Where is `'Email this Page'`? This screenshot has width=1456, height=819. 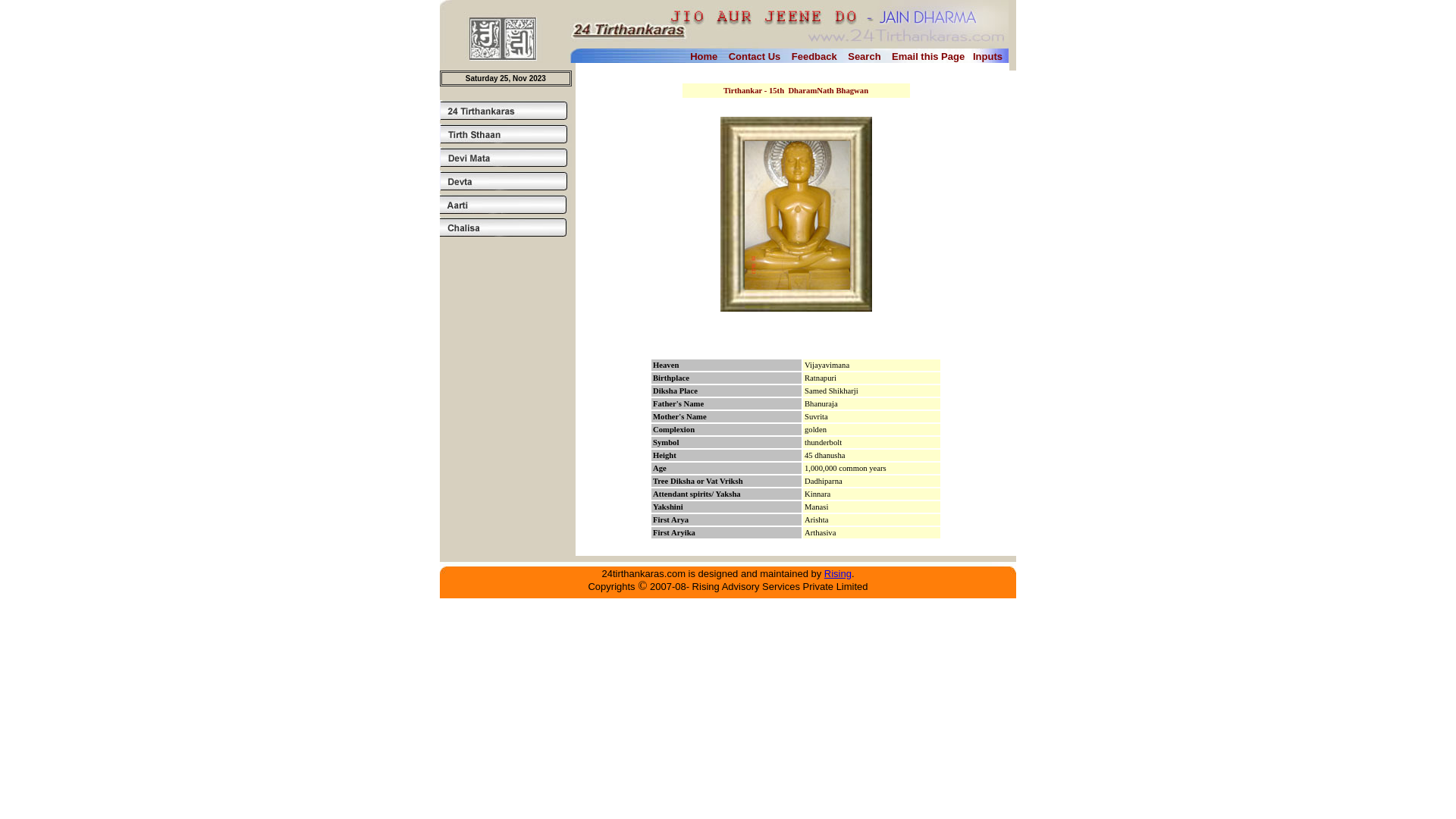
'Email this Page' is located at coordinates (927, 55).